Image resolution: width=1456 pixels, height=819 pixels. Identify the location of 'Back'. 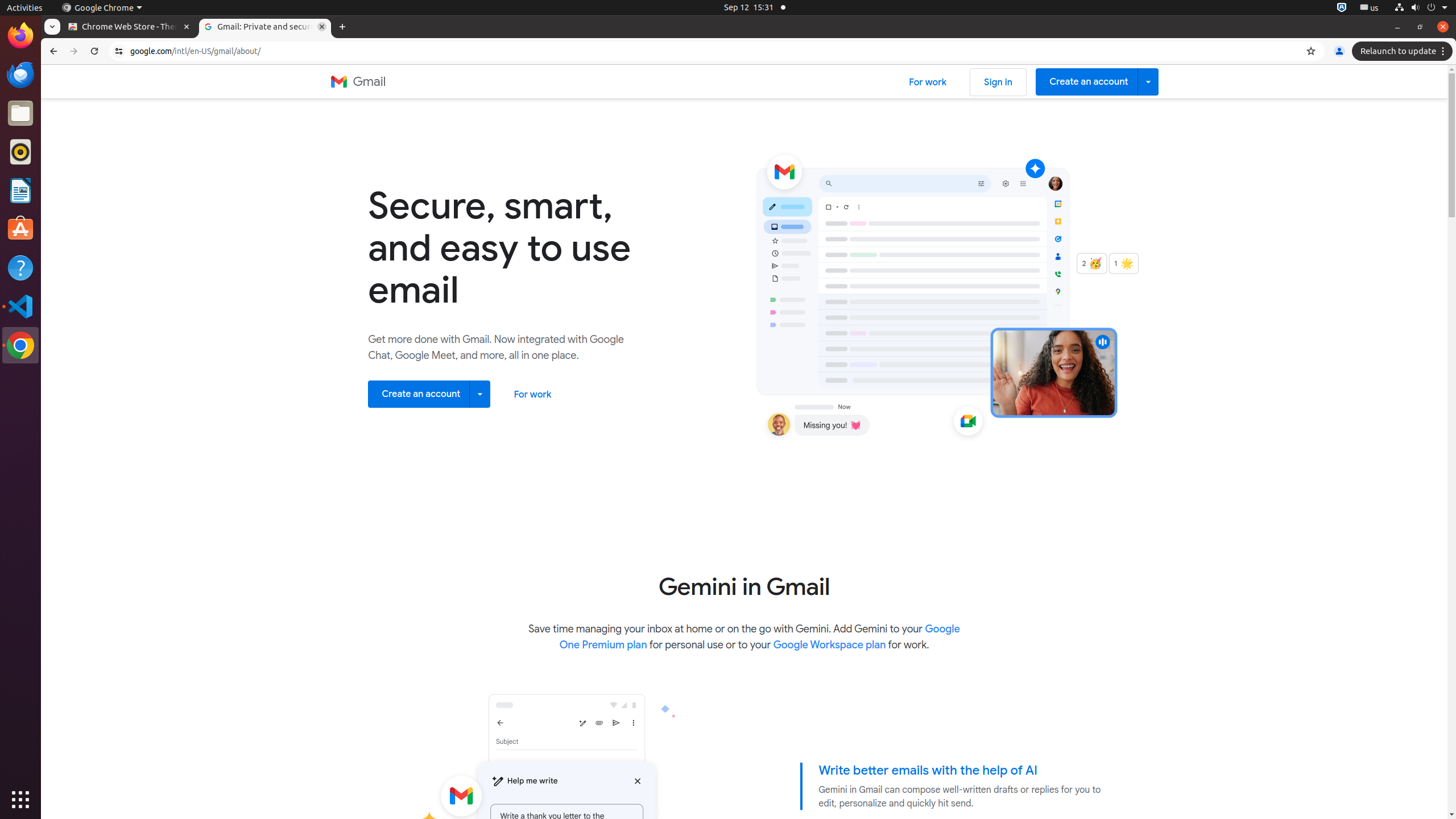
(51, 51).